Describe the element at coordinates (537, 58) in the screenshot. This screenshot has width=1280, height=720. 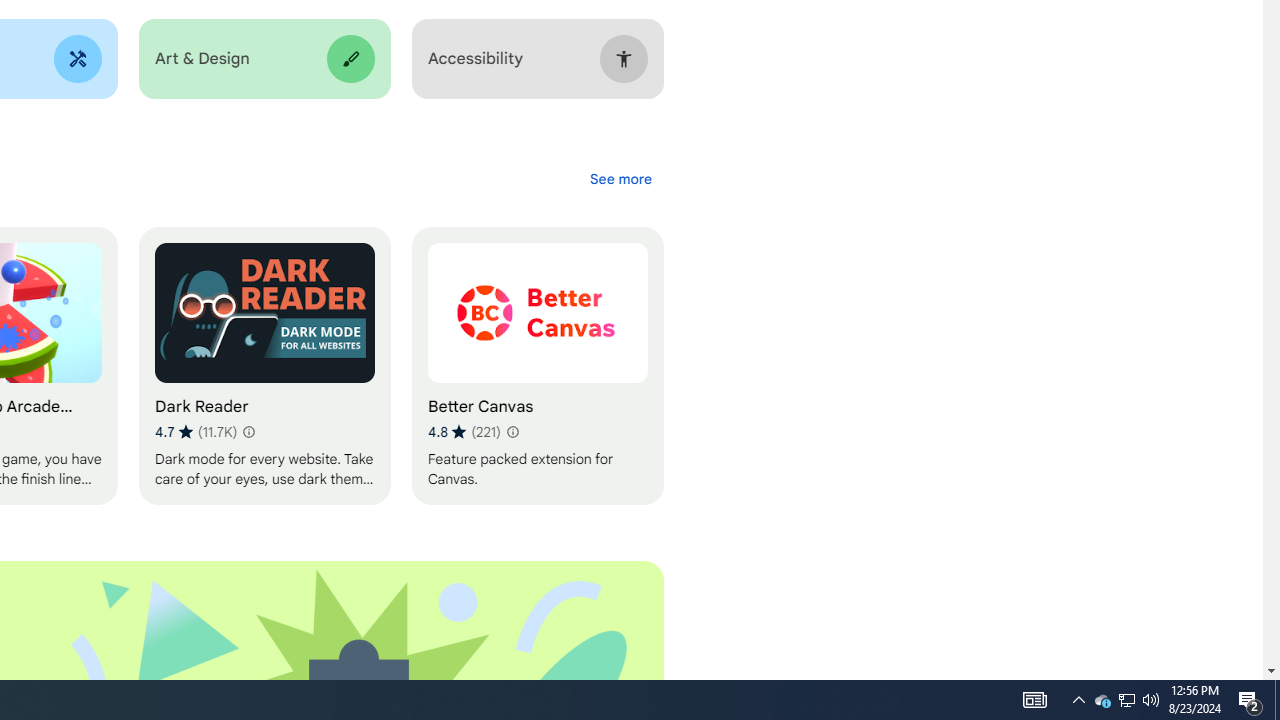
I see `'Accessibility'` at that location.